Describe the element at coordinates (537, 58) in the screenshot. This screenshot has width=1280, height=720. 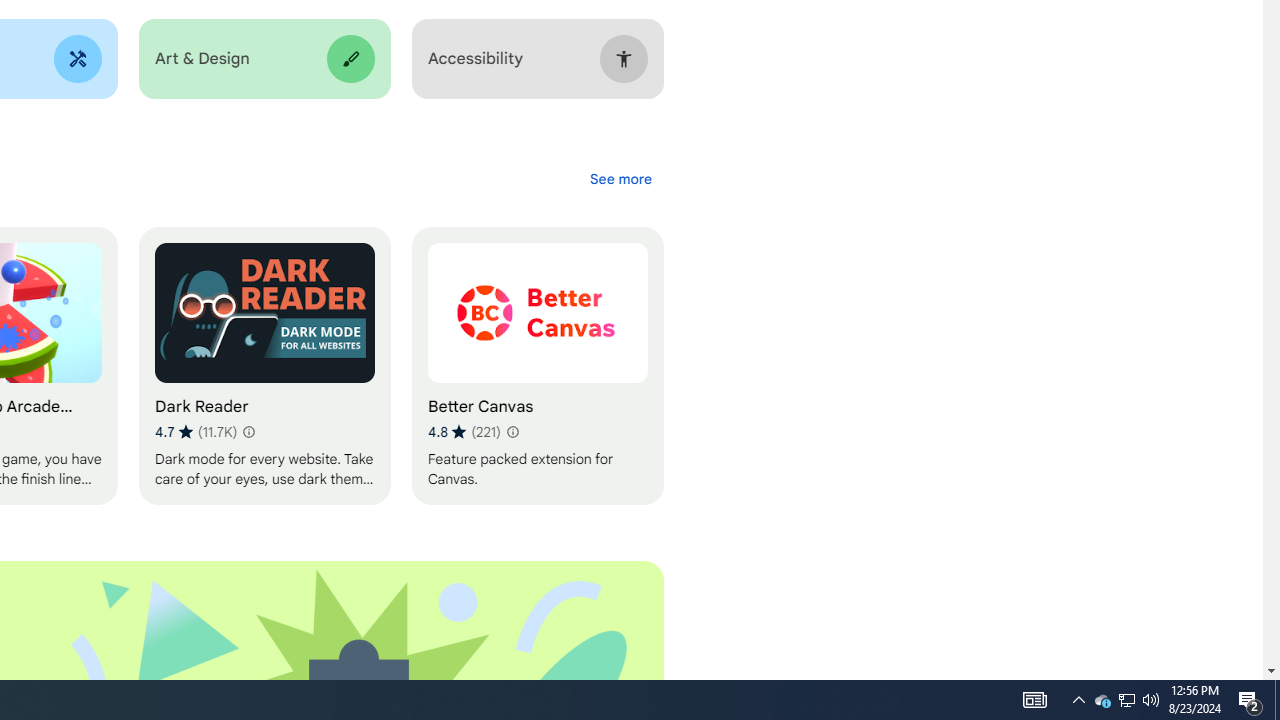
I see `'Accessibility'` at that location.